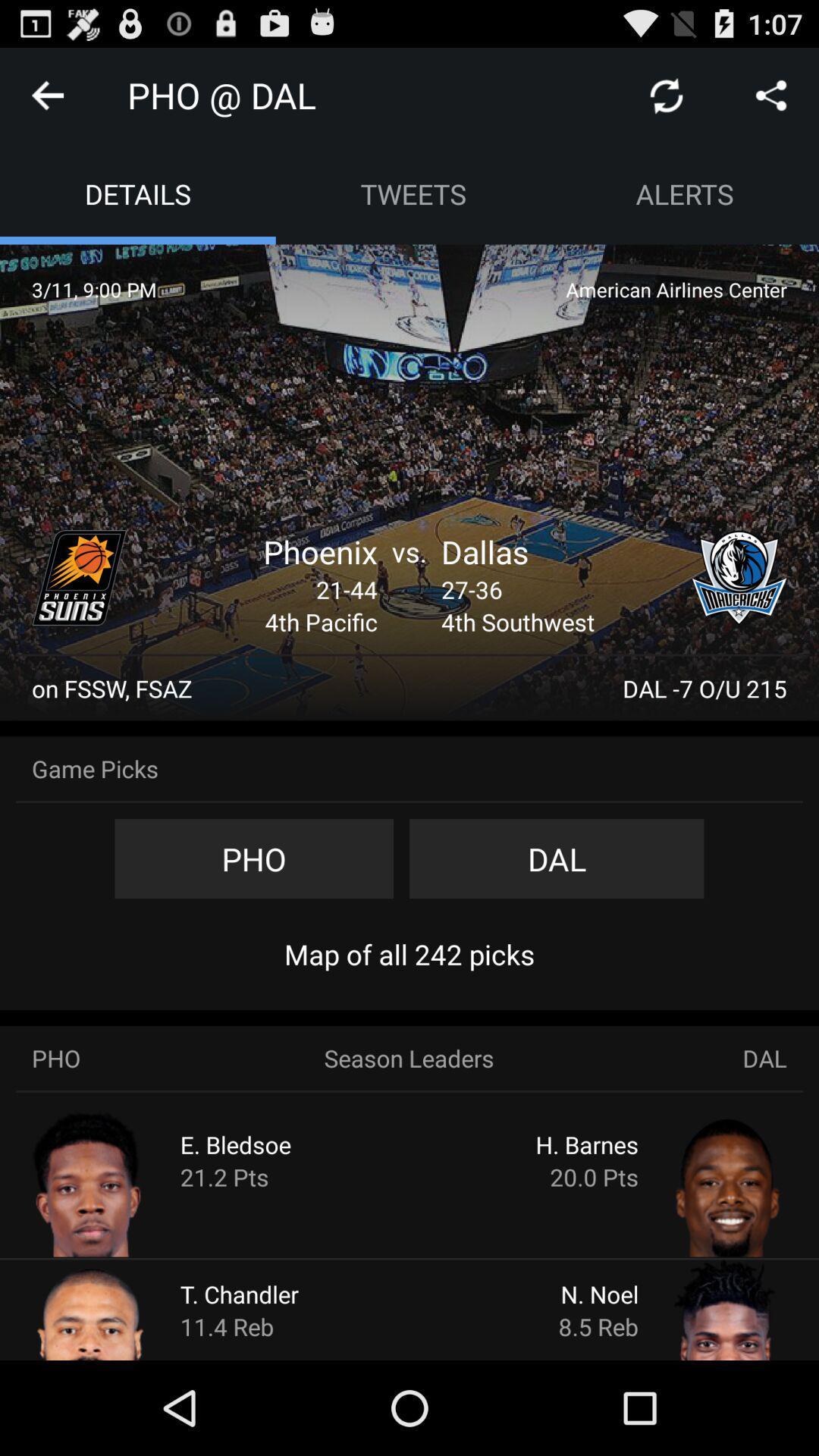 The image size is (819, 1456). What do you see at coordinates (771, 94) in the screenshot?
I see `clique para compartilhar nas redes sociais` at bounding box center [771, 94].